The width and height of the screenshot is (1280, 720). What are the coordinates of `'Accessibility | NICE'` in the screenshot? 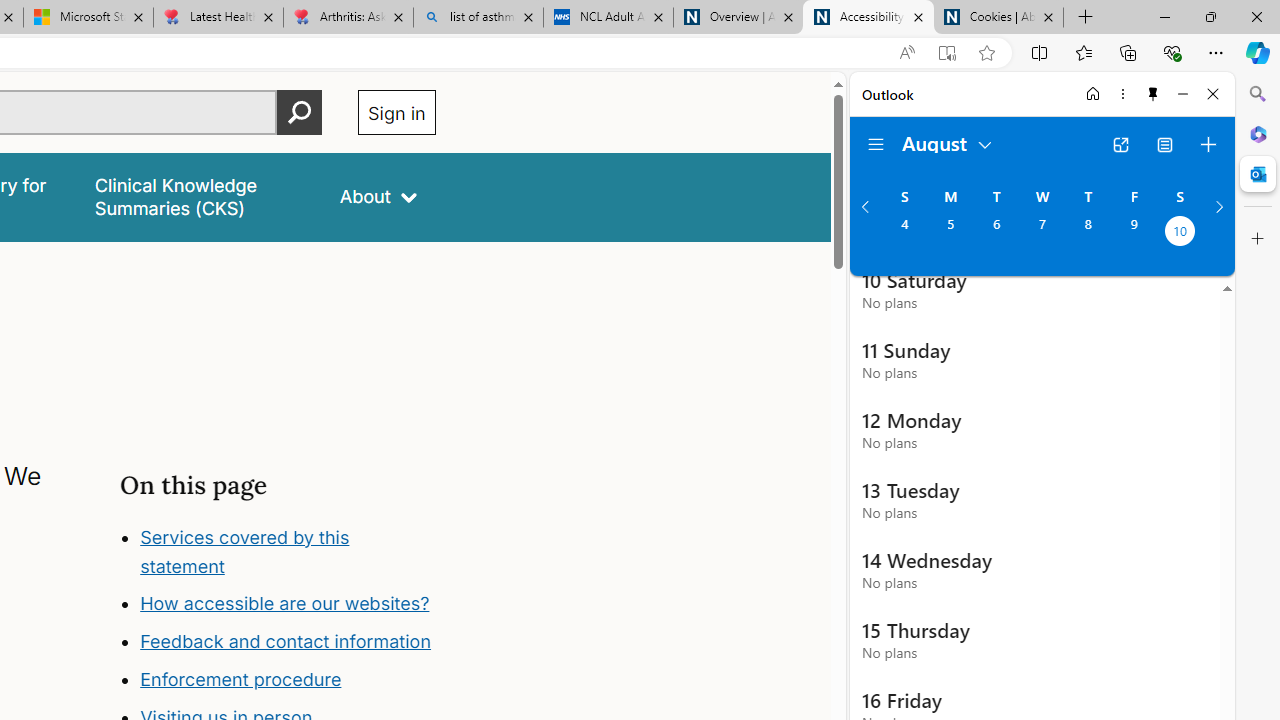 It's located at (868, 17).